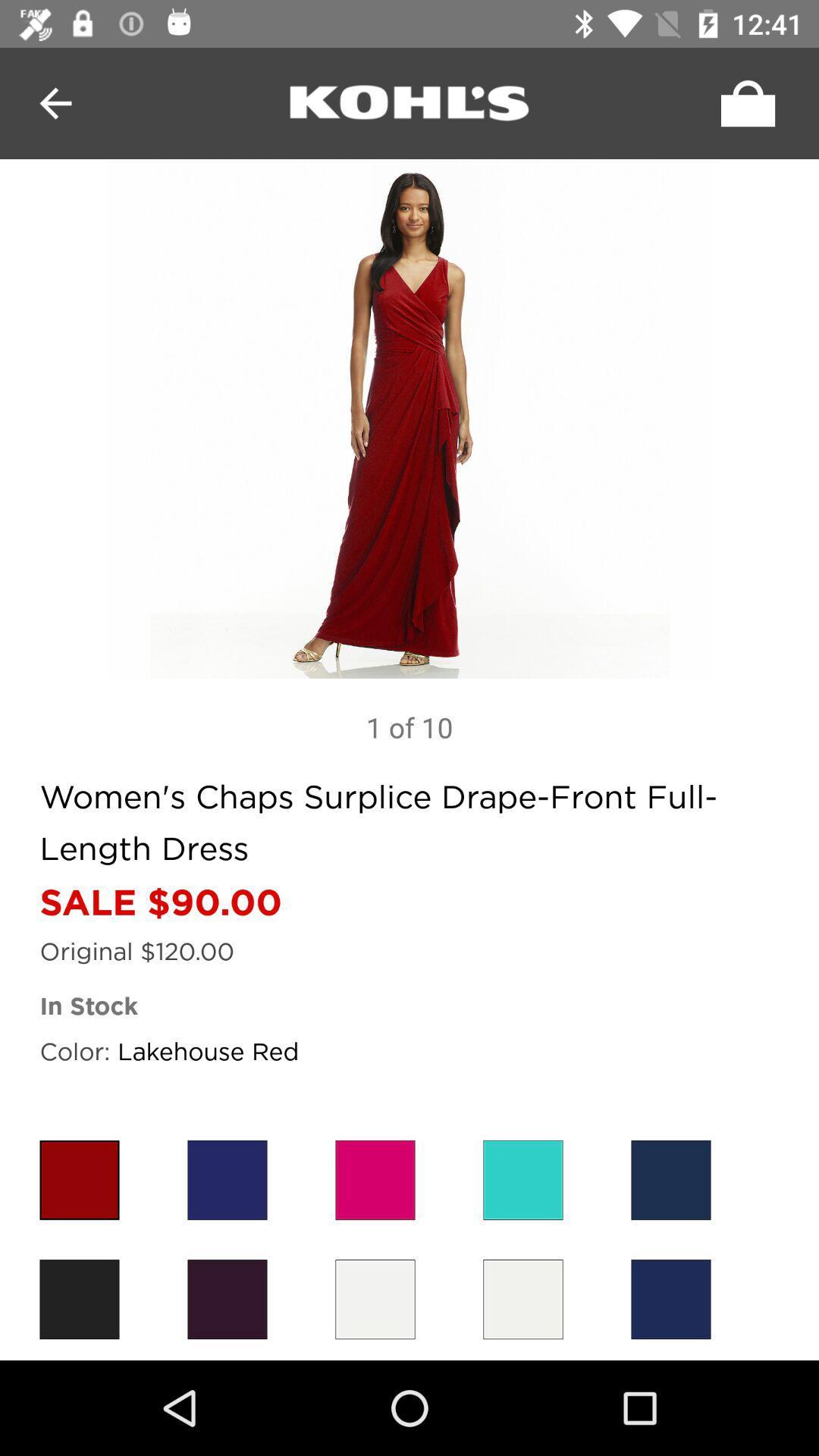  Describe the element at coordinates (79, 1298) in the screenshot. I see `brown` at that location.